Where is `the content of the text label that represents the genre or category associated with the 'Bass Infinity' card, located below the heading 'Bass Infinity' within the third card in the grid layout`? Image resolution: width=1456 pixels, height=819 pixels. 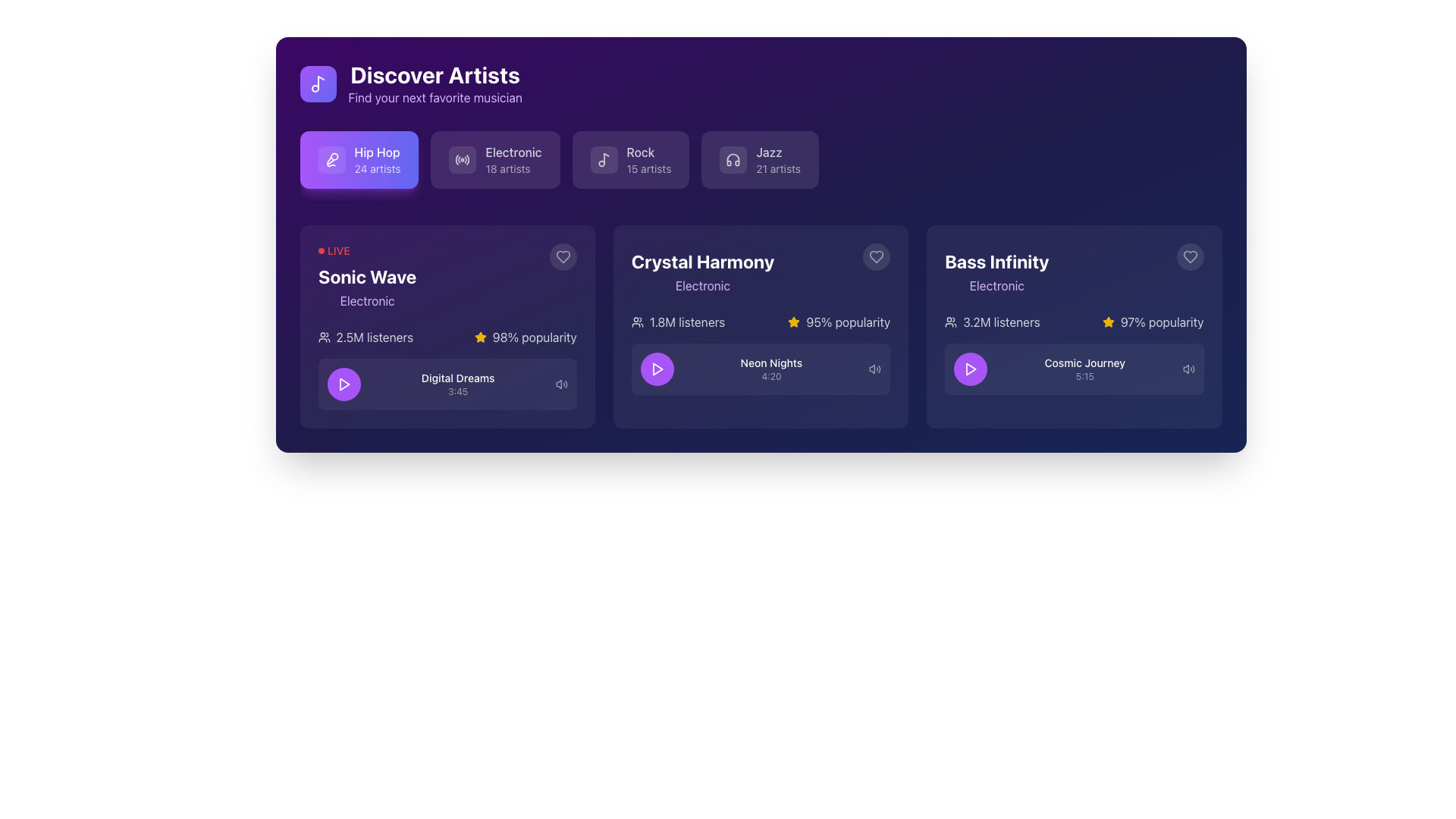
the content of the text label that represents the genre or category associated with the 'Bass Infinity' card, located below the heading 'Bass Infinity' within the third card in the grid layout is located at coordinates (996, 286).